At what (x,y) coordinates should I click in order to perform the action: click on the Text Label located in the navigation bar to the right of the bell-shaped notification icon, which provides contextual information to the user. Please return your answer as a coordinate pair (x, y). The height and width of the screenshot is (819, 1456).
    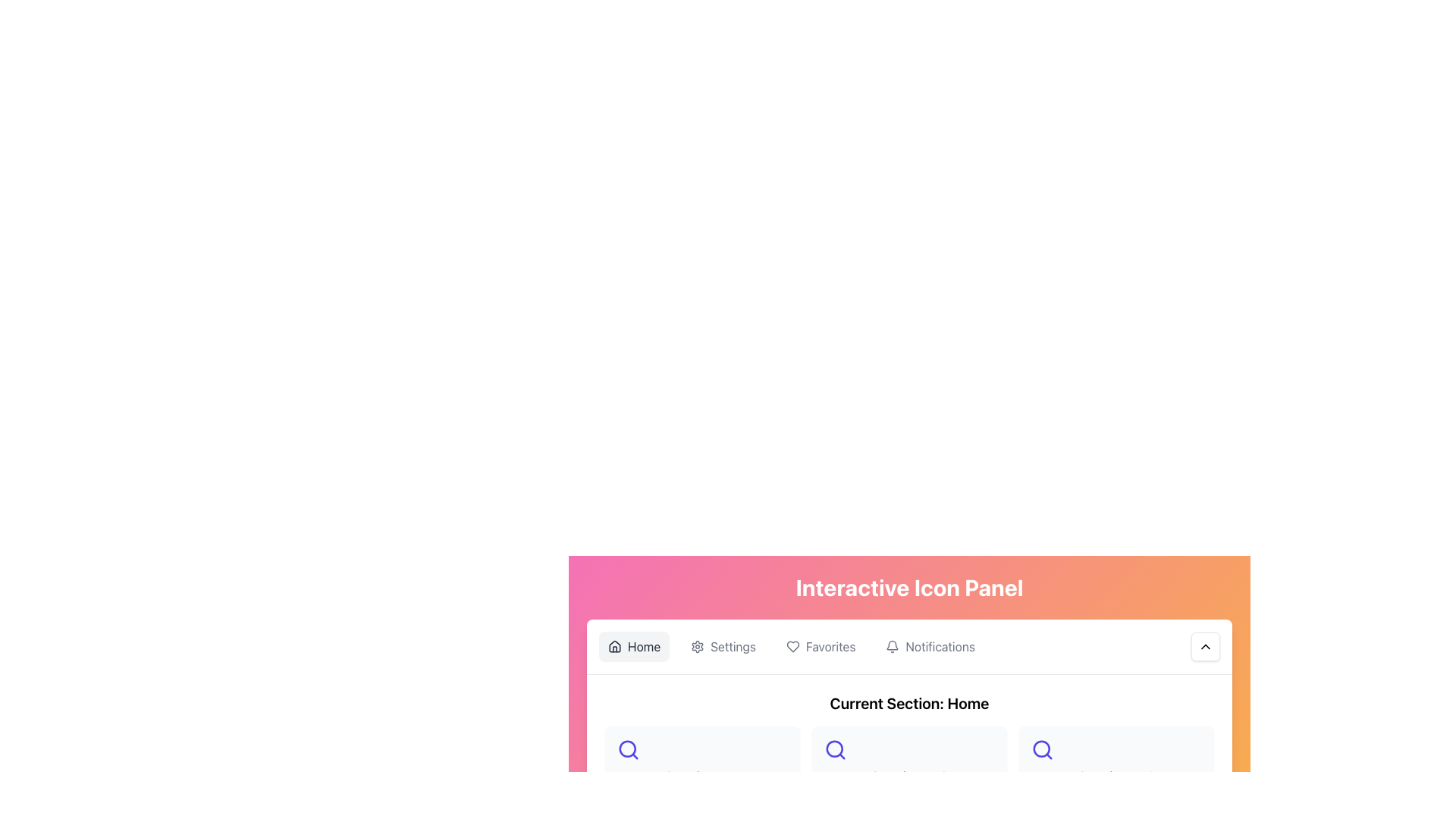
    Looking at the image, I should click on (940, 646).